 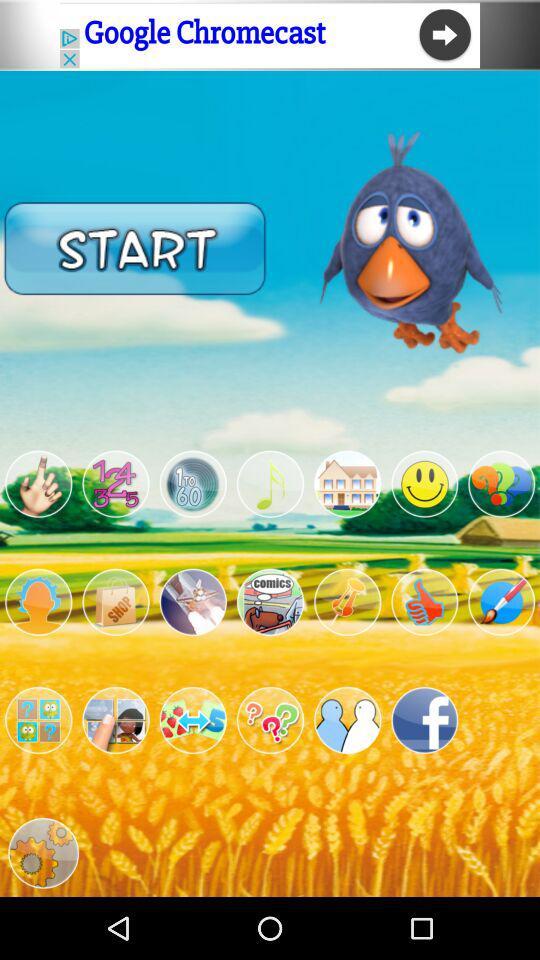 I want to click on game mode, so click(x=500, y=601).